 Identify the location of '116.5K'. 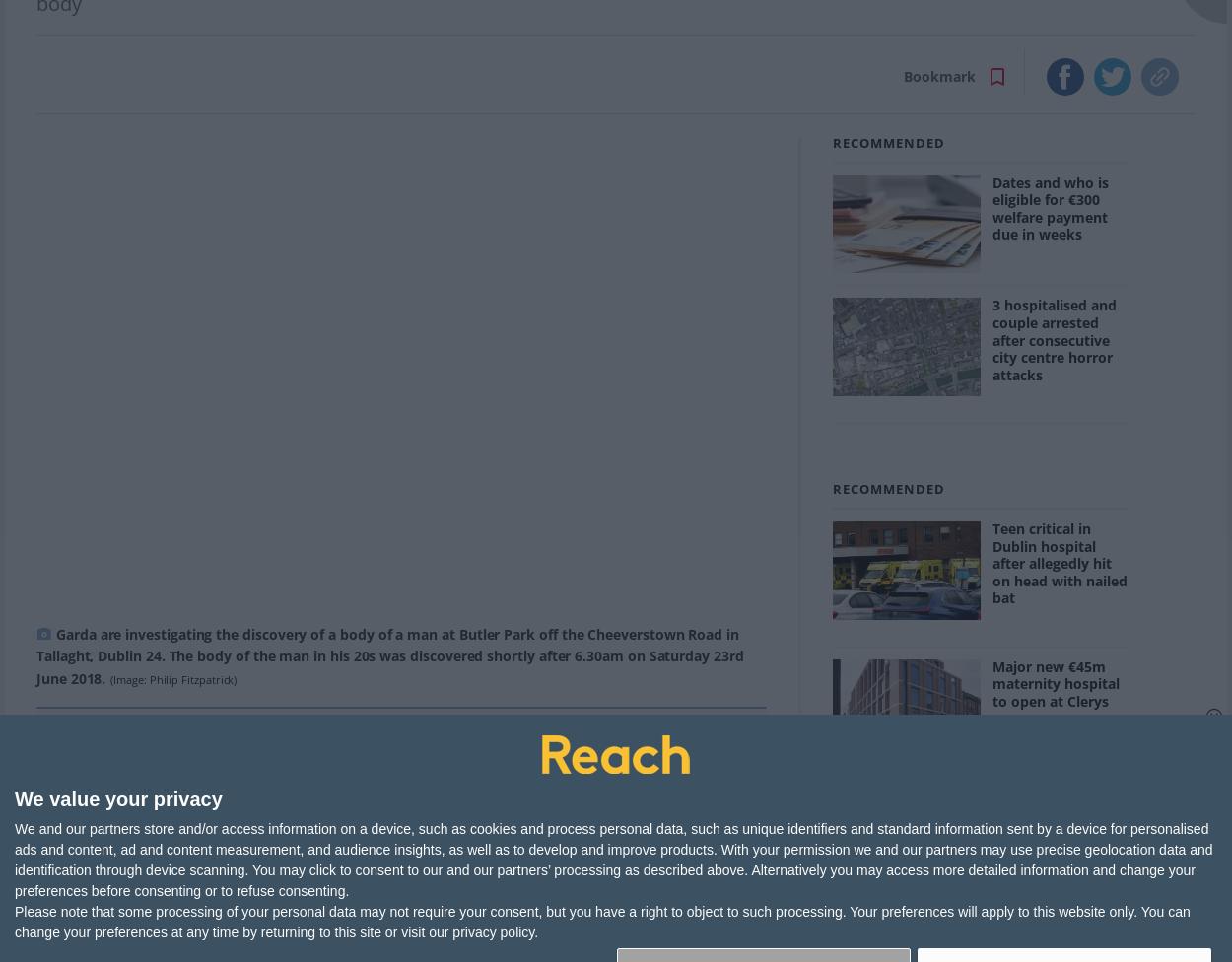
(925, 768).